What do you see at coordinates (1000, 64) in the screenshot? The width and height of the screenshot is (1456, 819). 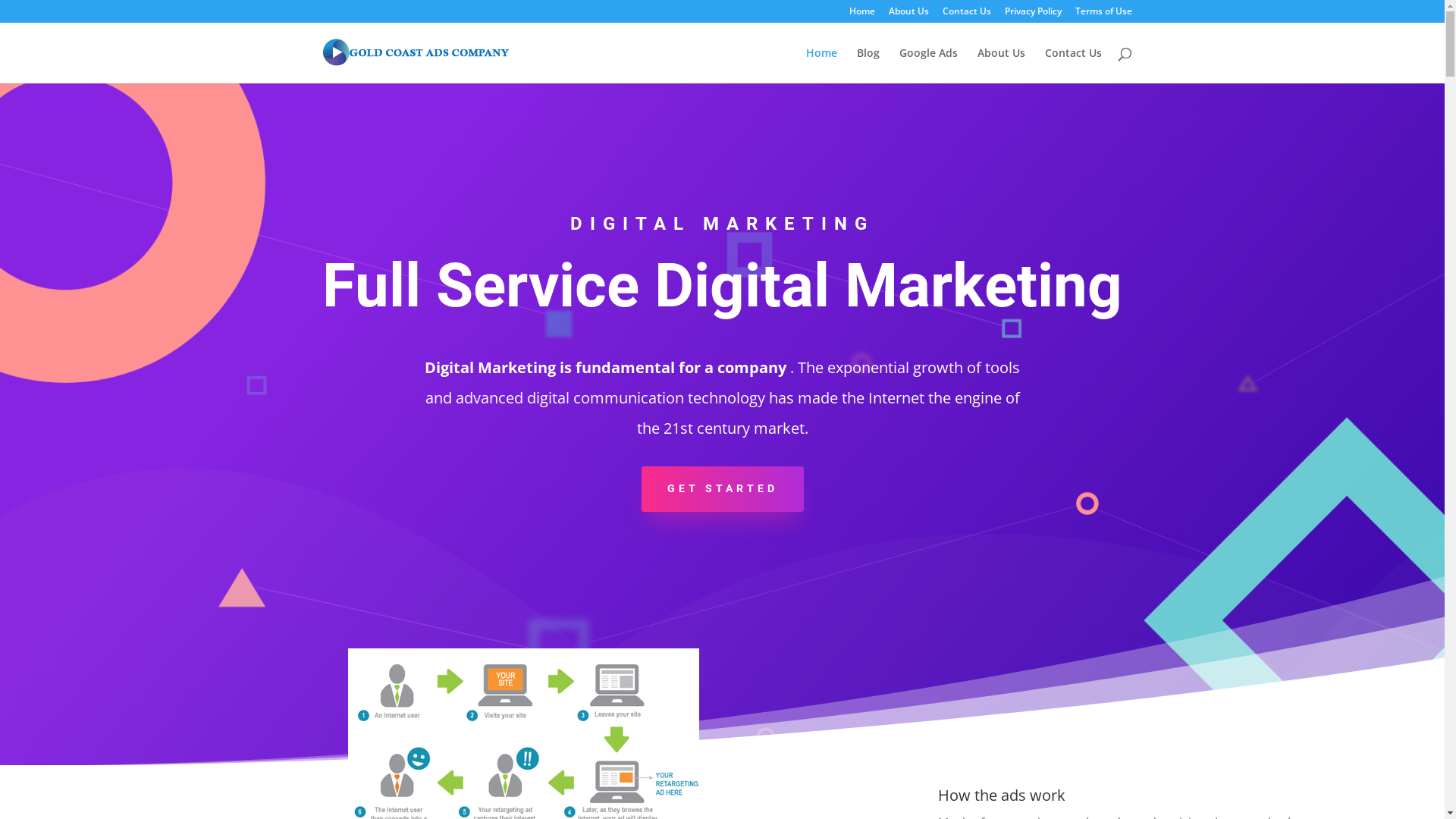 I see `'About Us'` at bounding box center [1000, 64].